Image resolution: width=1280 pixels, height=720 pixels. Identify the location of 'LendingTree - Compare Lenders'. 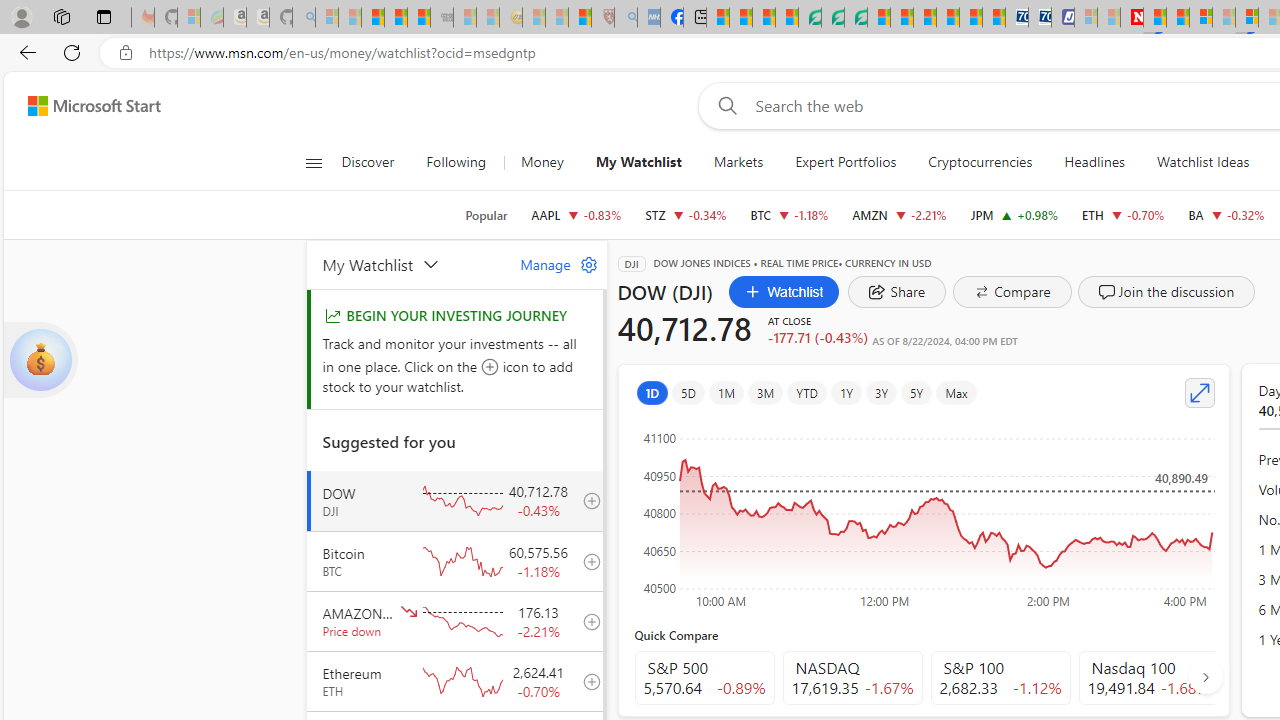
(809, 17).